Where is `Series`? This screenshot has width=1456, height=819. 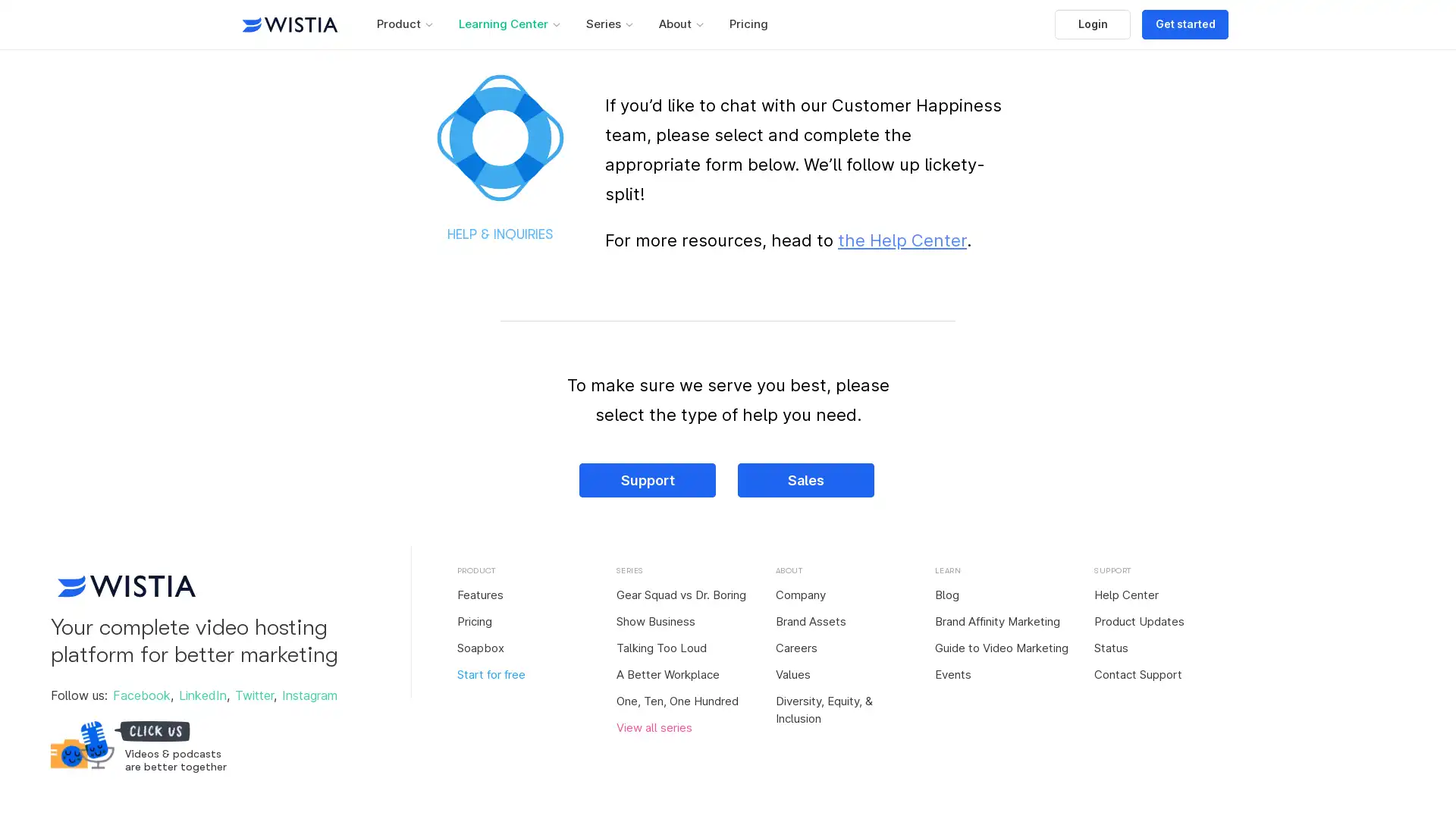
Series is located at coordinates (608, 24).